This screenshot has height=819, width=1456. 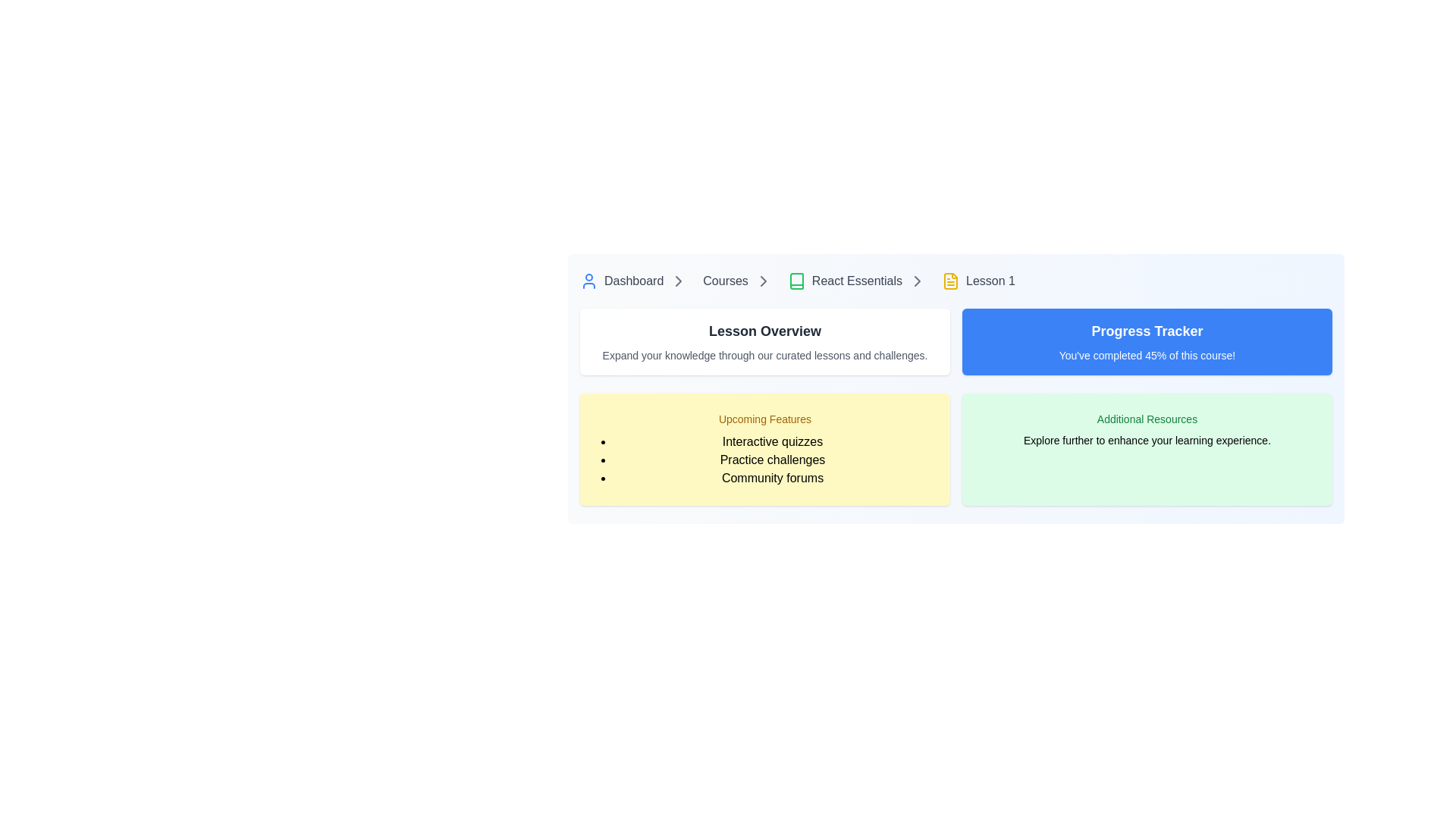 What do you see at coordinates (1147, 330) in the screenshot?
I see `the 'Progress Tracker' text label, which is displayed in bold white font on a blue background, indicating the progress completion details` at bounding box center [1147, 330].